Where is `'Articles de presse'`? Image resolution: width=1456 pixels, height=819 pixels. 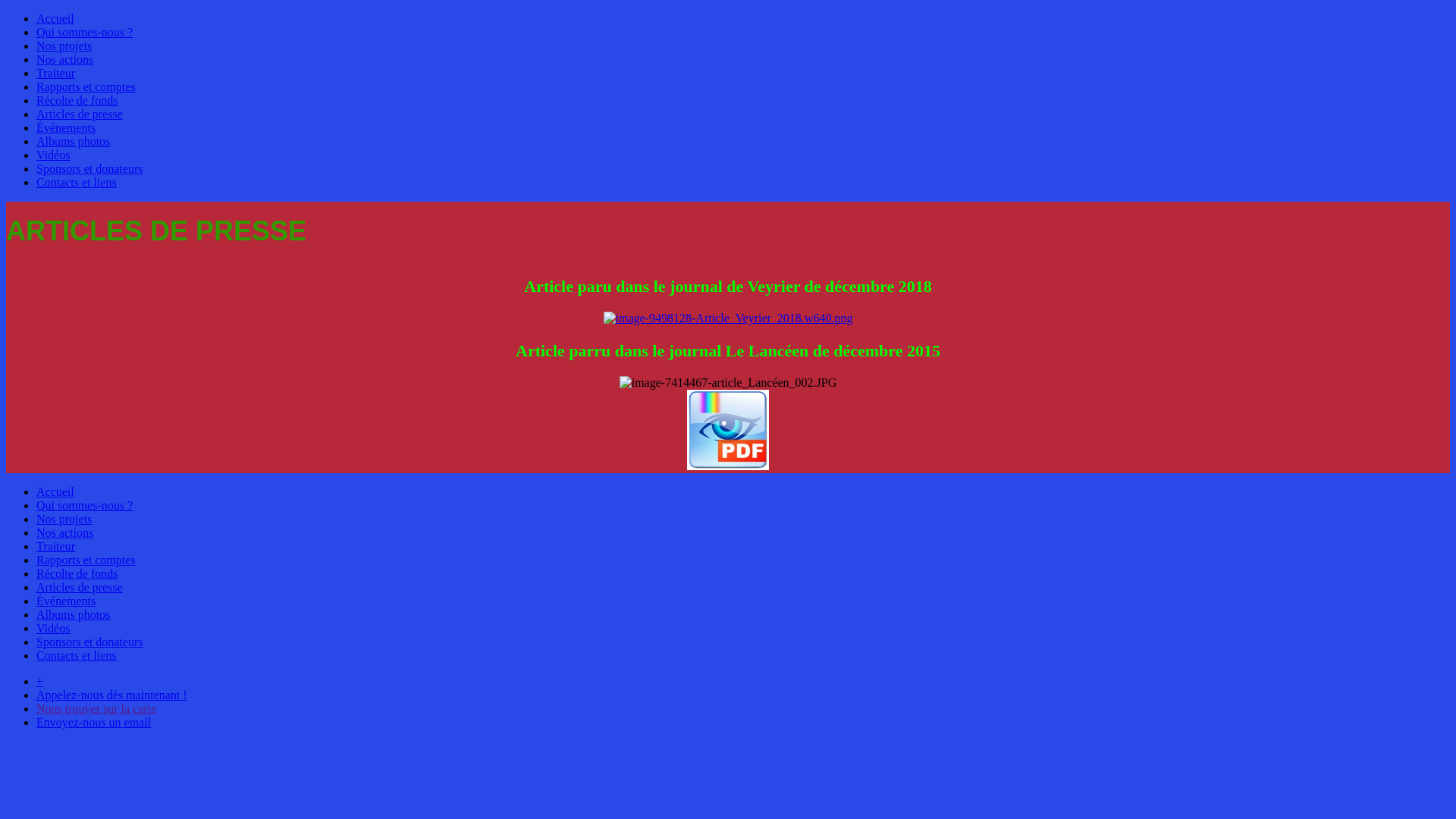 'Articles de presse' is located at coordinates (36, 586).